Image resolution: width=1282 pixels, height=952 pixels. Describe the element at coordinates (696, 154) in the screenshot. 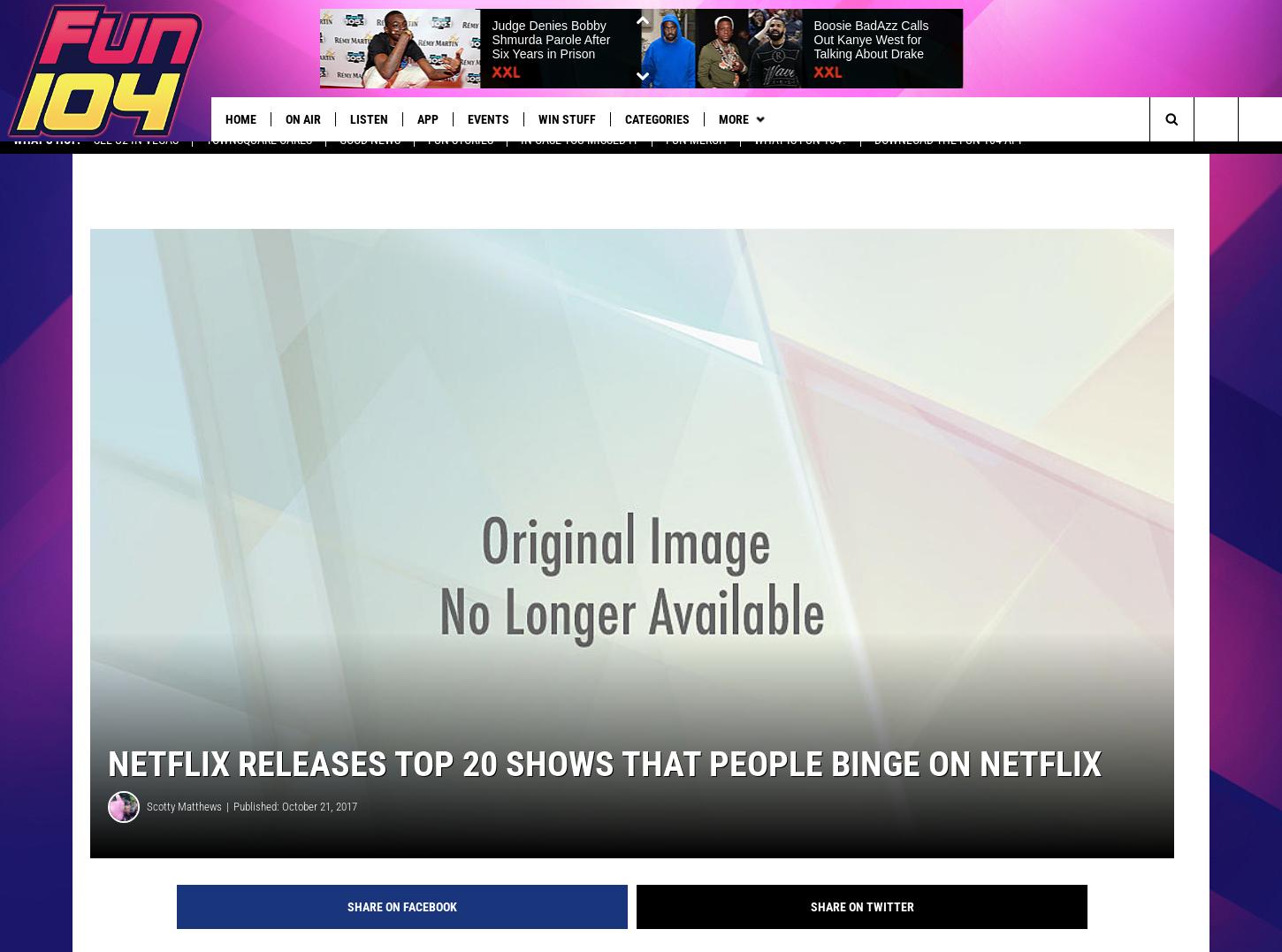

I see `'FUN MERCH'` at that location.